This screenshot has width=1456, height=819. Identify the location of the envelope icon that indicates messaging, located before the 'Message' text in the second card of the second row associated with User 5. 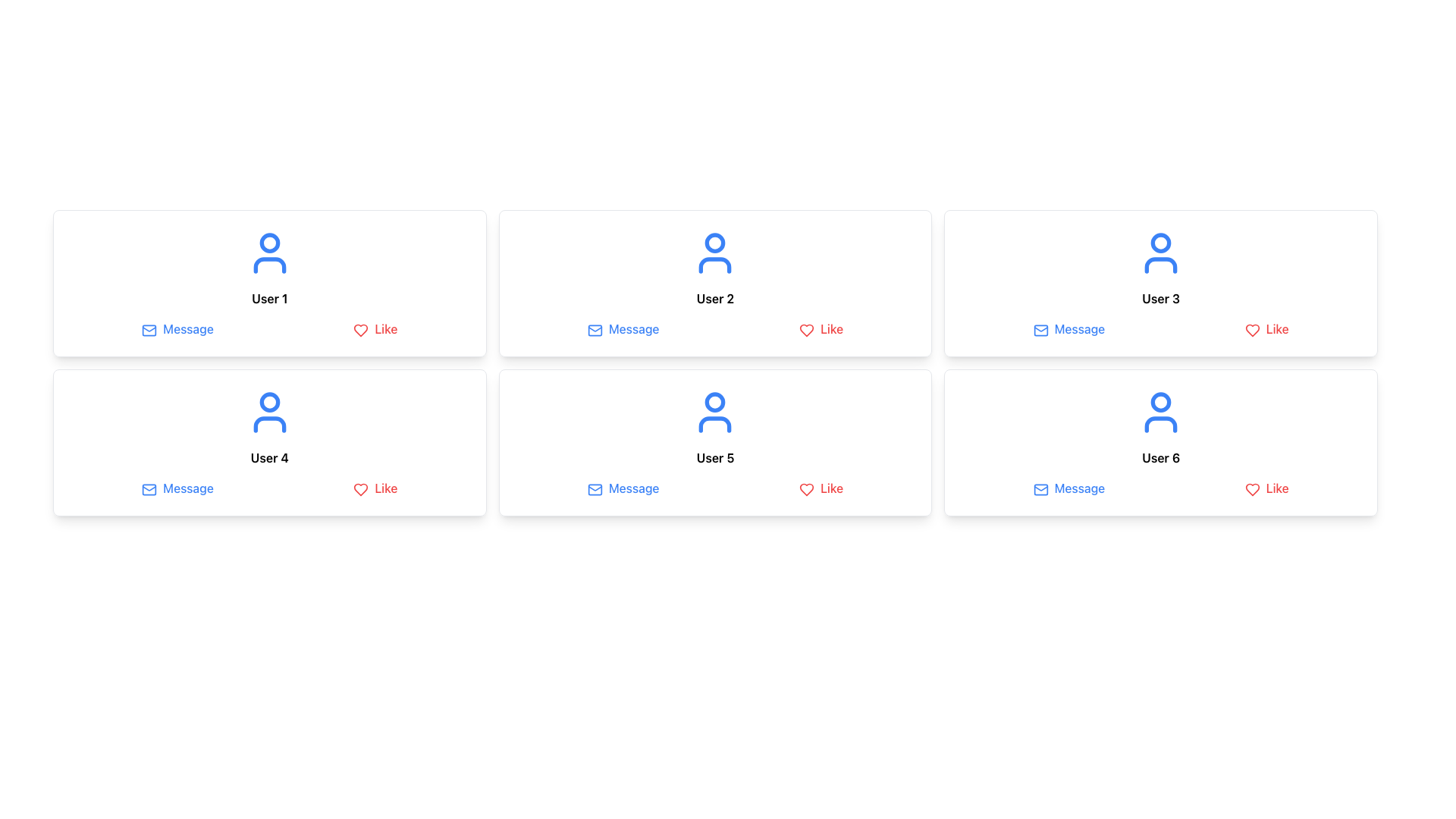
(594, 489).